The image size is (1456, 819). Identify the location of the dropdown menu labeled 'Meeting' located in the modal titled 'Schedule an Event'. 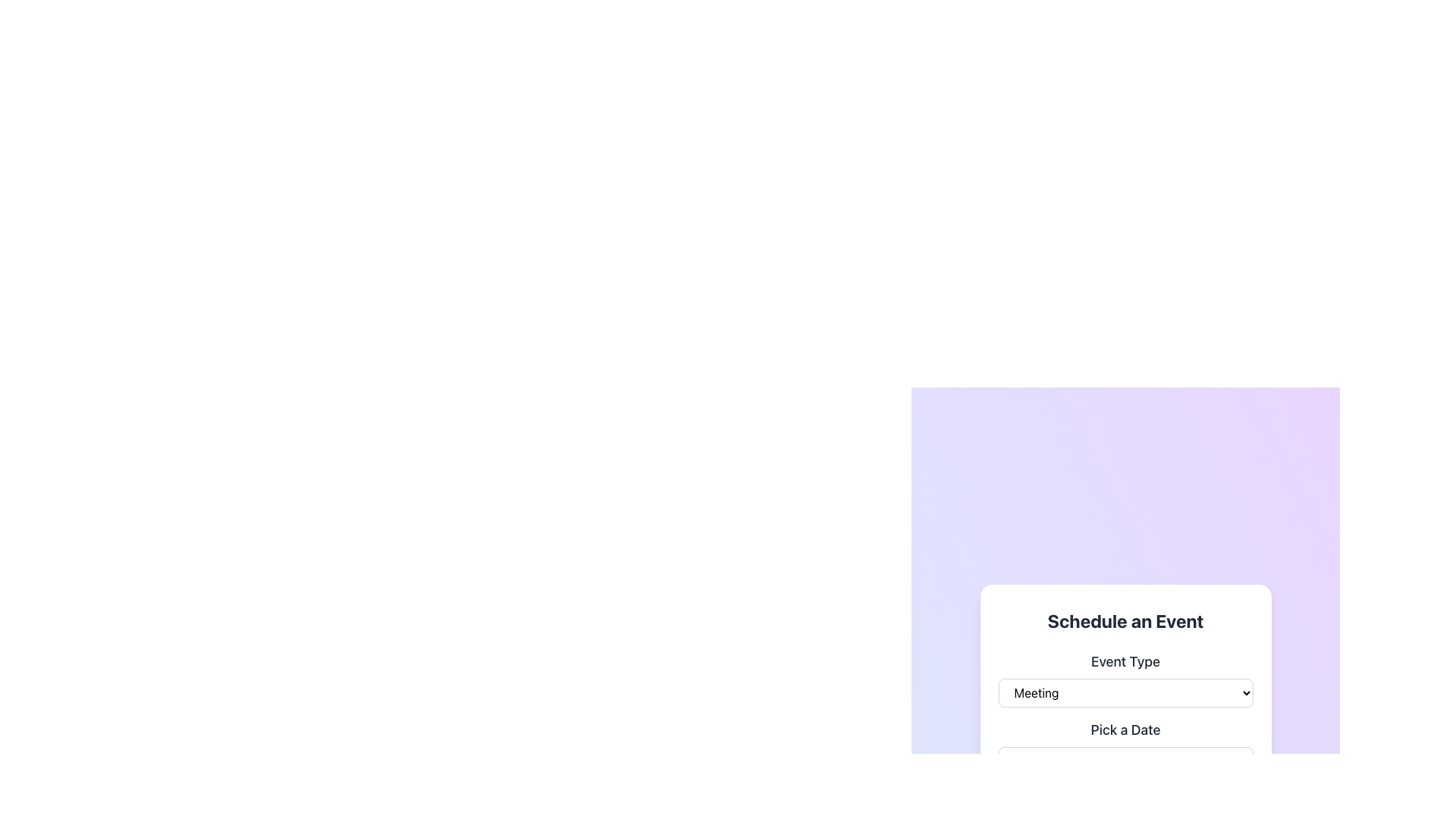
(1125, 693).